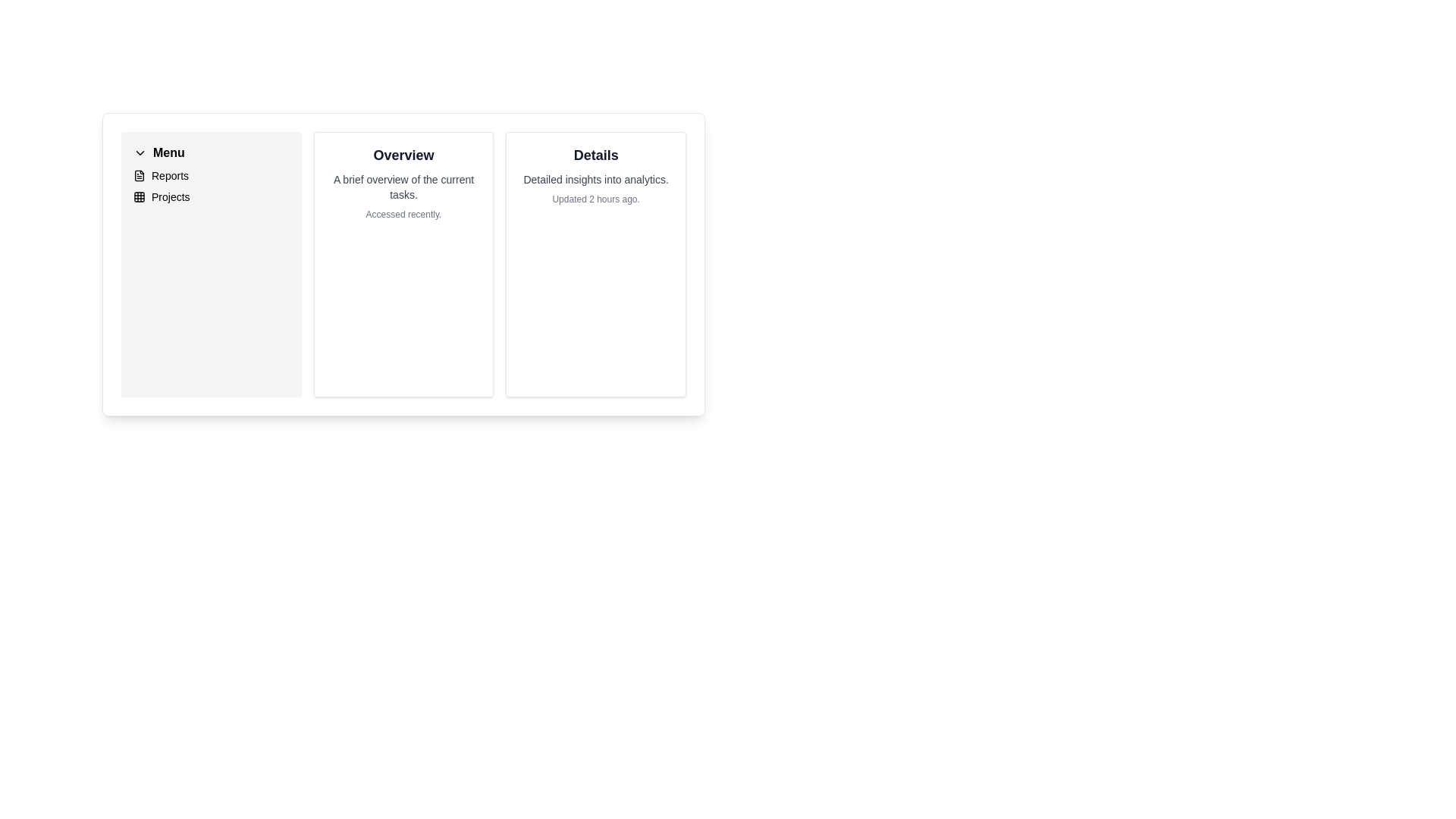 The width and height of the screenshot is (1456, 819). I want to click on the Reports icon located in the menu panel on the left side of the interface, positioned next to the text 'Reports', so click(139, 174).